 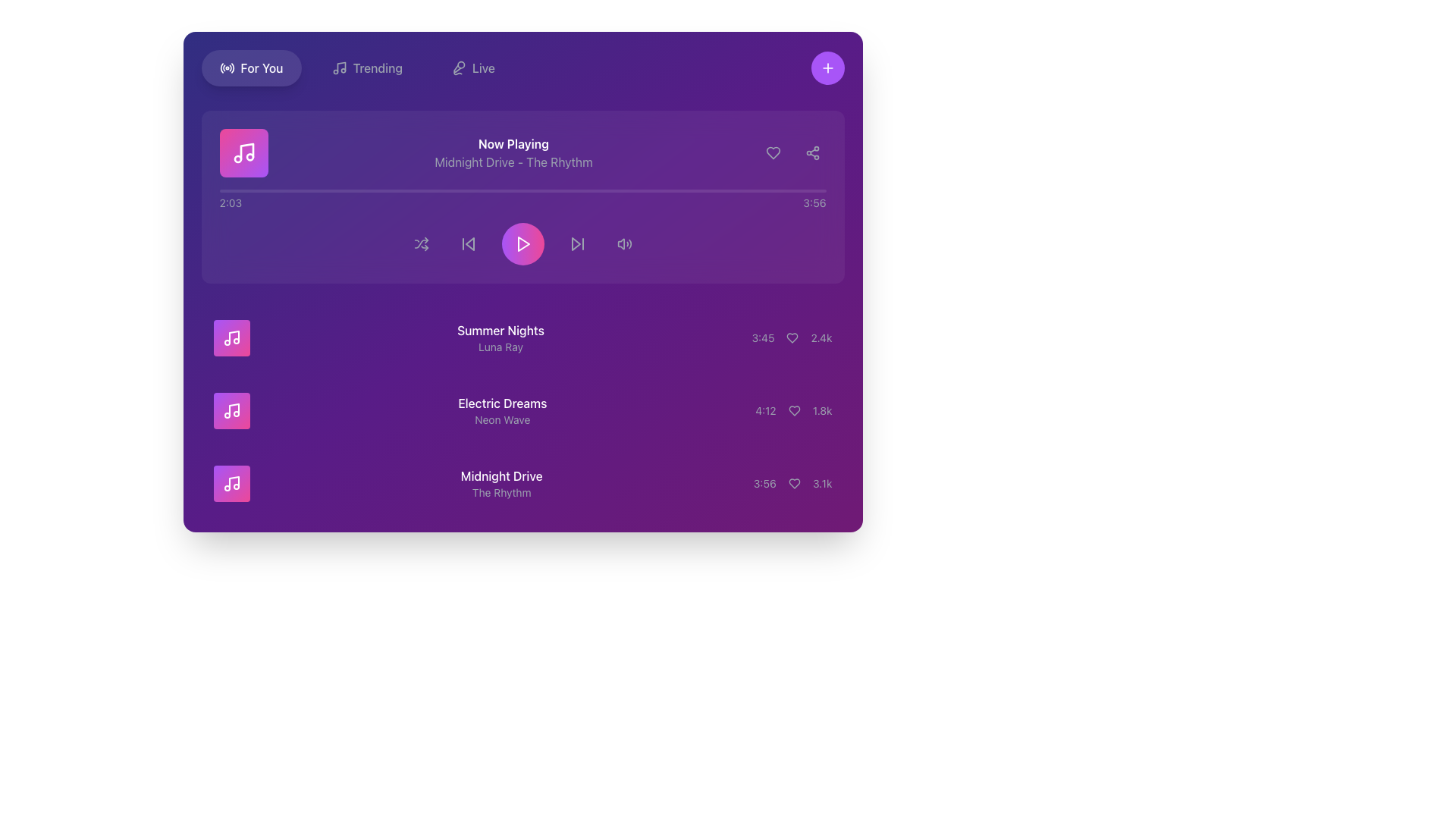 I want to click on the text label for the track 'Midnight Drive' which is the 3rd item in the list, featuring a white title and a gray subtitle against a purple background, so click(x=501, y=483).